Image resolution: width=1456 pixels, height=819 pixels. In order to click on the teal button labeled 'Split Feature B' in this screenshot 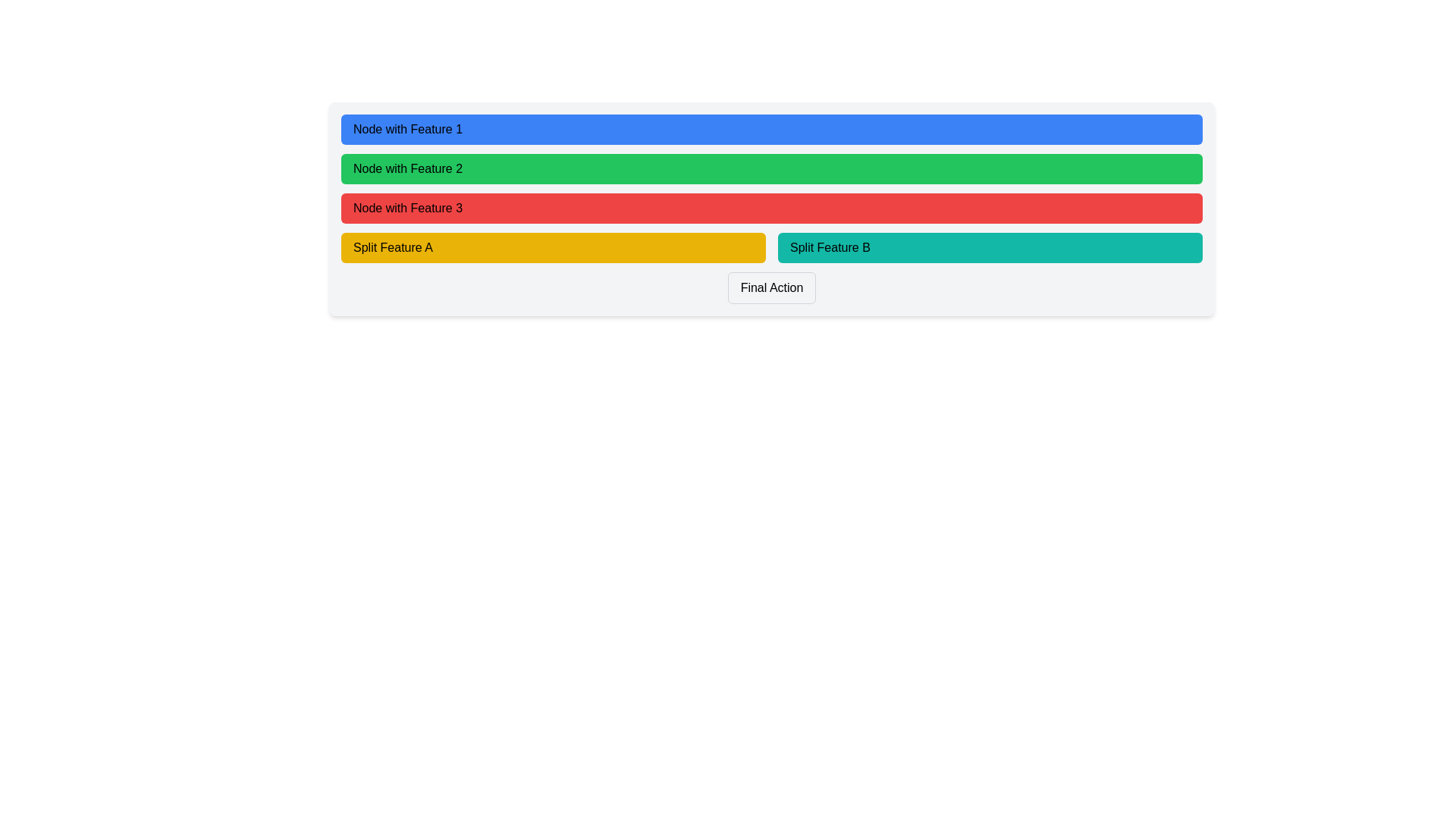, I will do `click(990, 247)`.